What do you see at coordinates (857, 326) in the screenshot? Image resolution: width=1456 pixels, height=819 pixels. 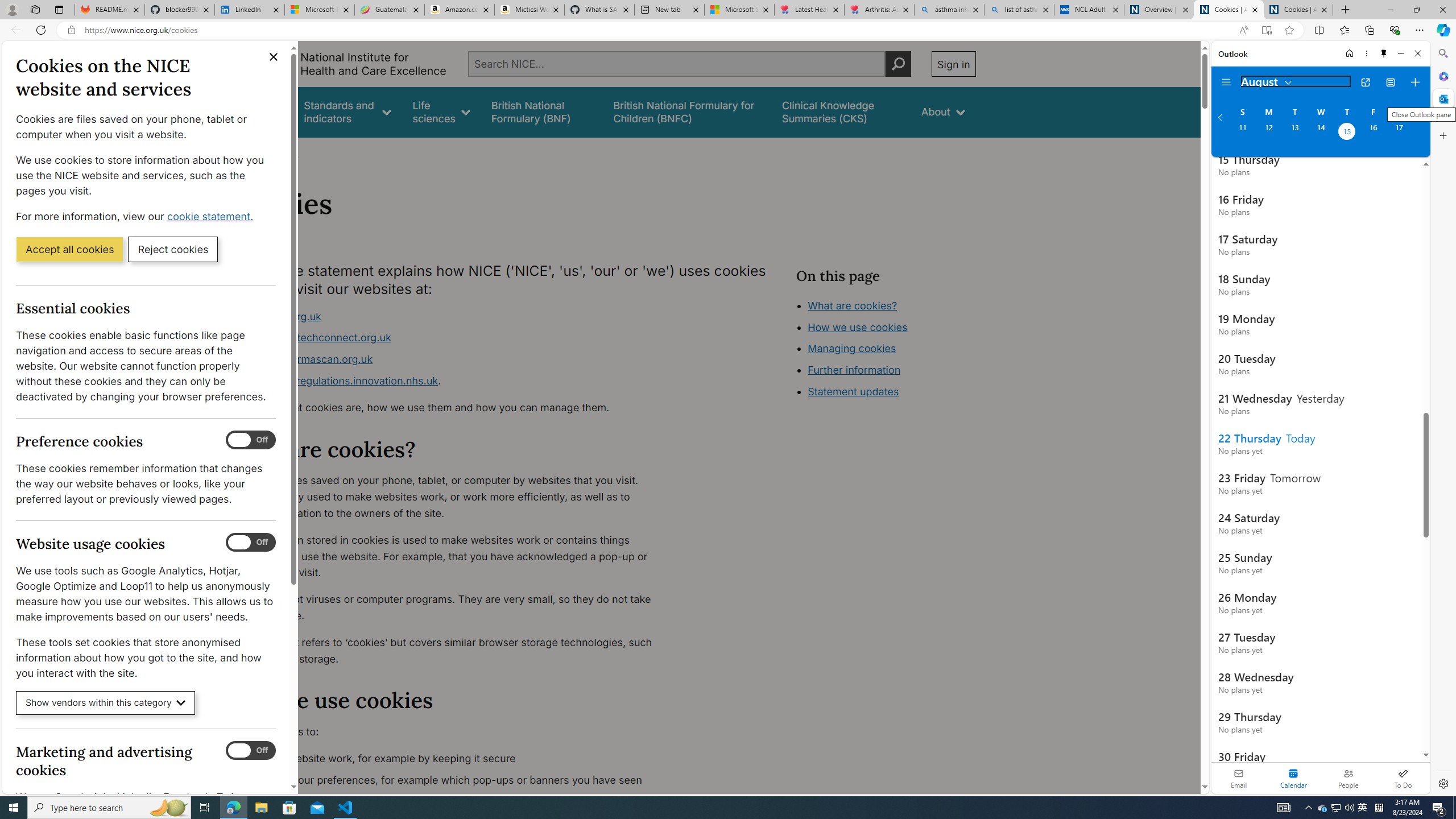 I see `'How we use cookies'` at bounding box center [857, 326].